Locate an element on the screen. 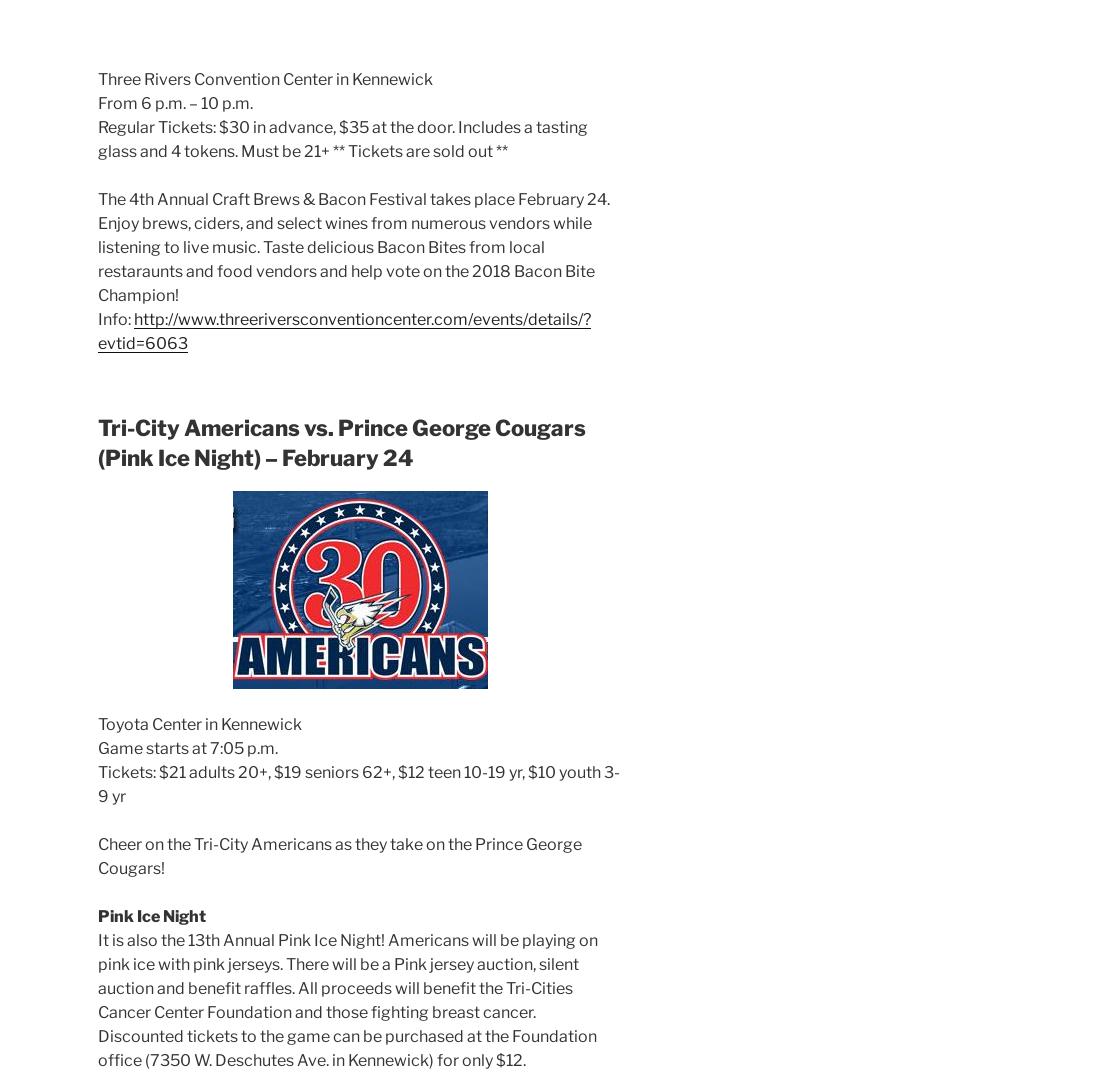 The image size is (1100, 1072). 'Info:' is located at coordinates (98, 317).